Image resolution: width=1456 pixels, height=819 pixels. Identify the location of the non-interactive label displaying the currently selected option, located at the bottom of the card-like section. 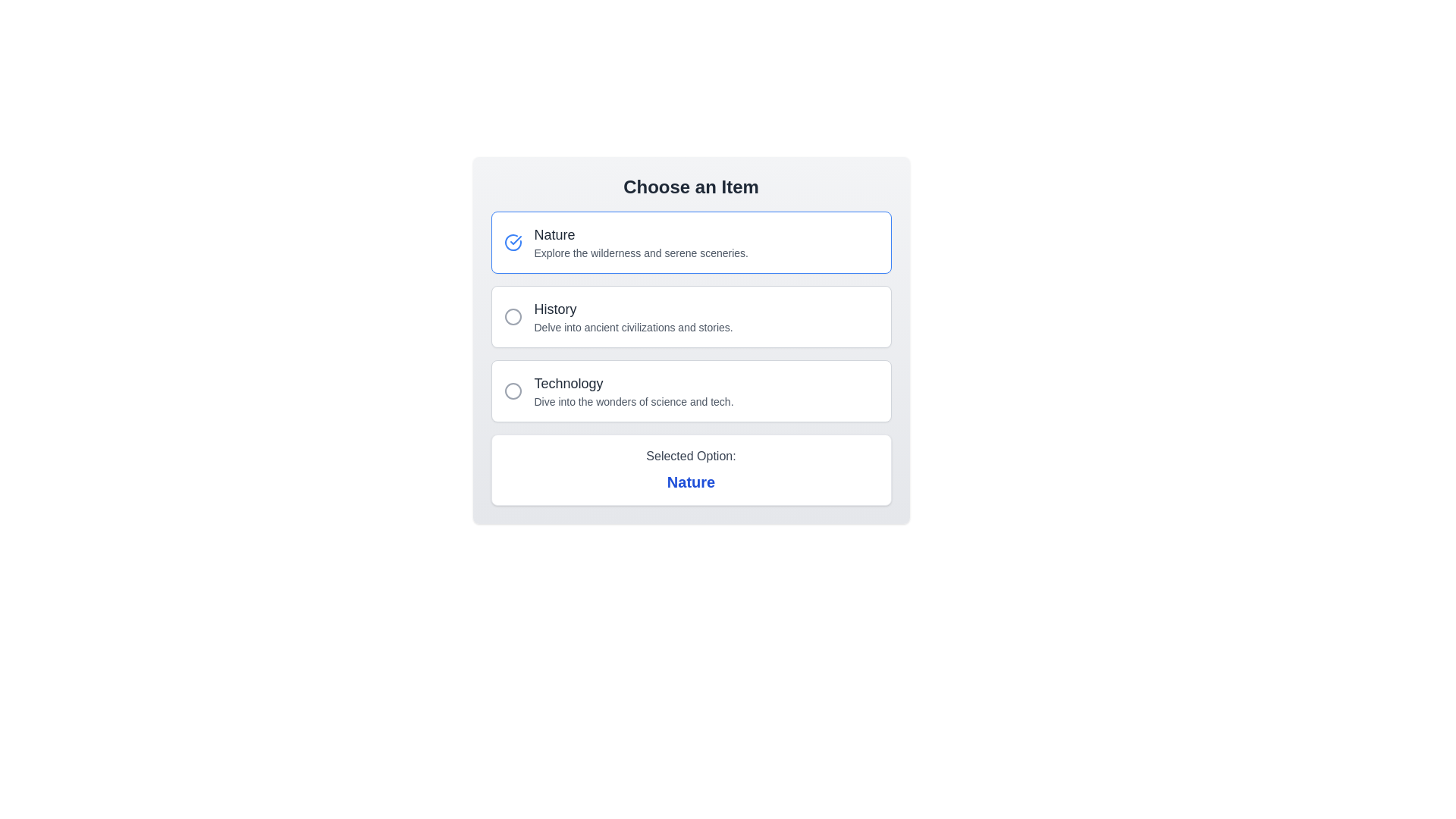
(690, 469).